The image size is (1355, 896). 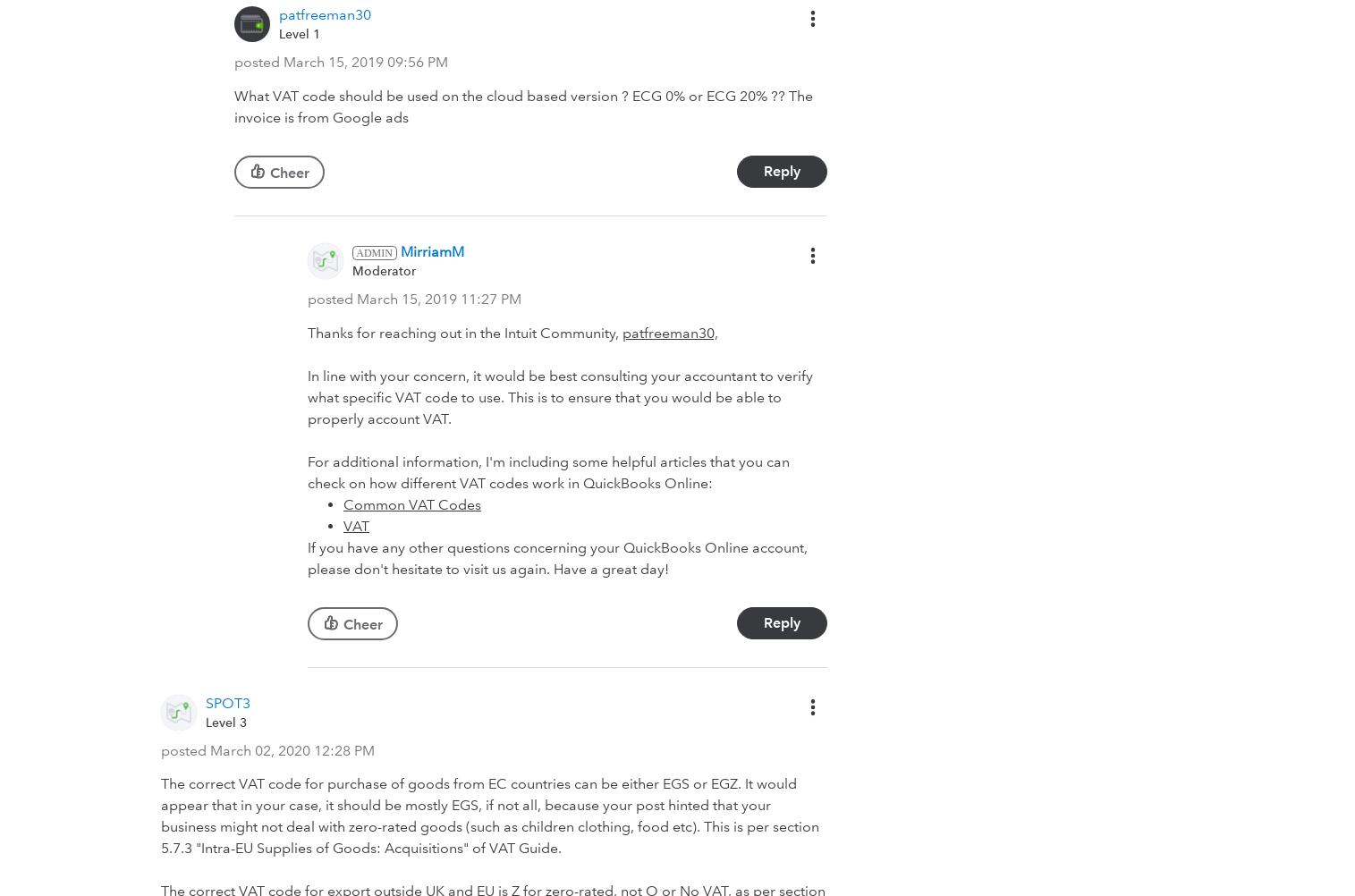 I want to click on '12:28 PM', so click(x=343, y=749).